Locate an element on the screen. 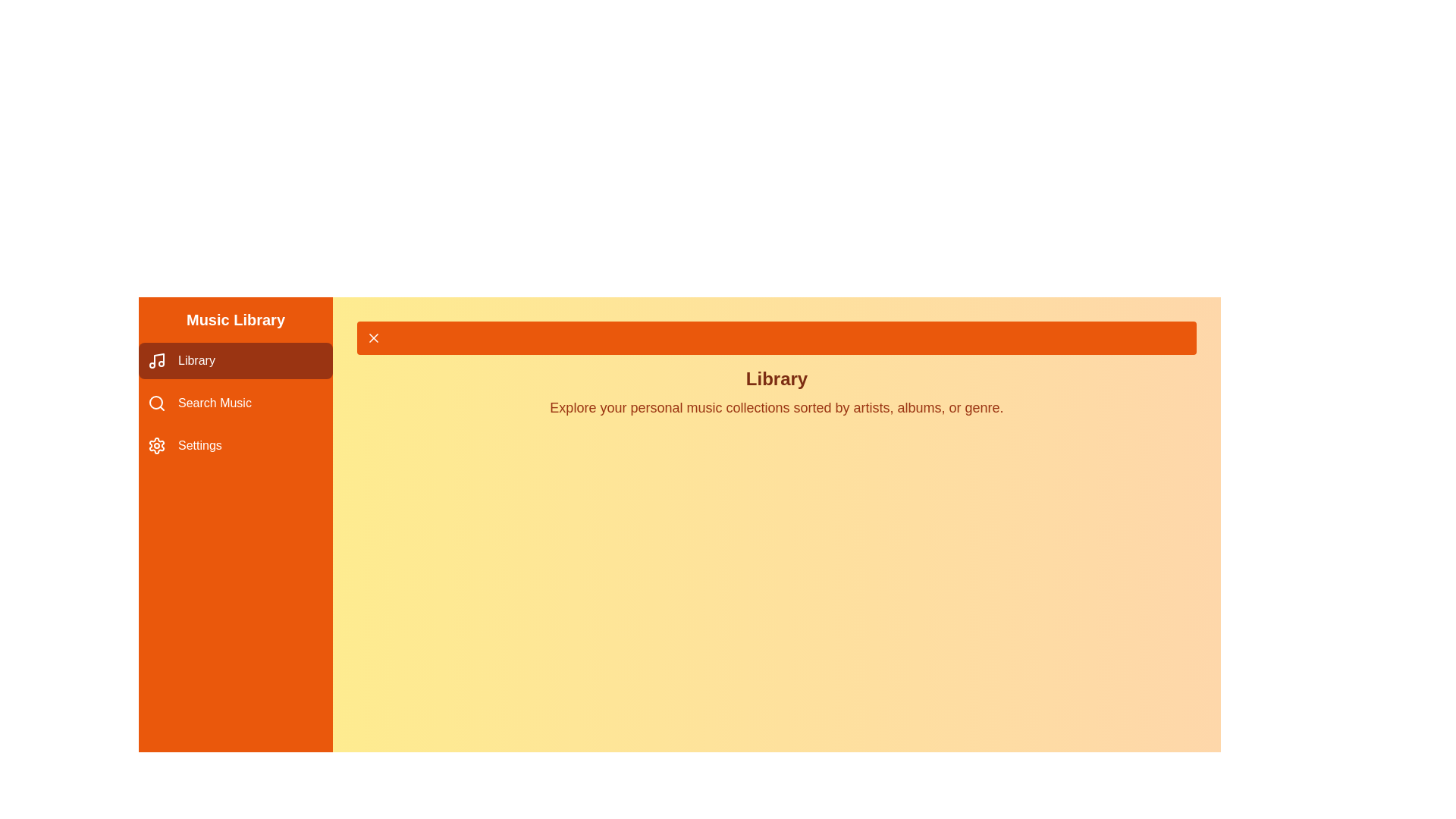 Image resolution: width=1456 pixels, height=819 pixels. the menu item Library to view its hover state effect is located at coordinates (235, 360).